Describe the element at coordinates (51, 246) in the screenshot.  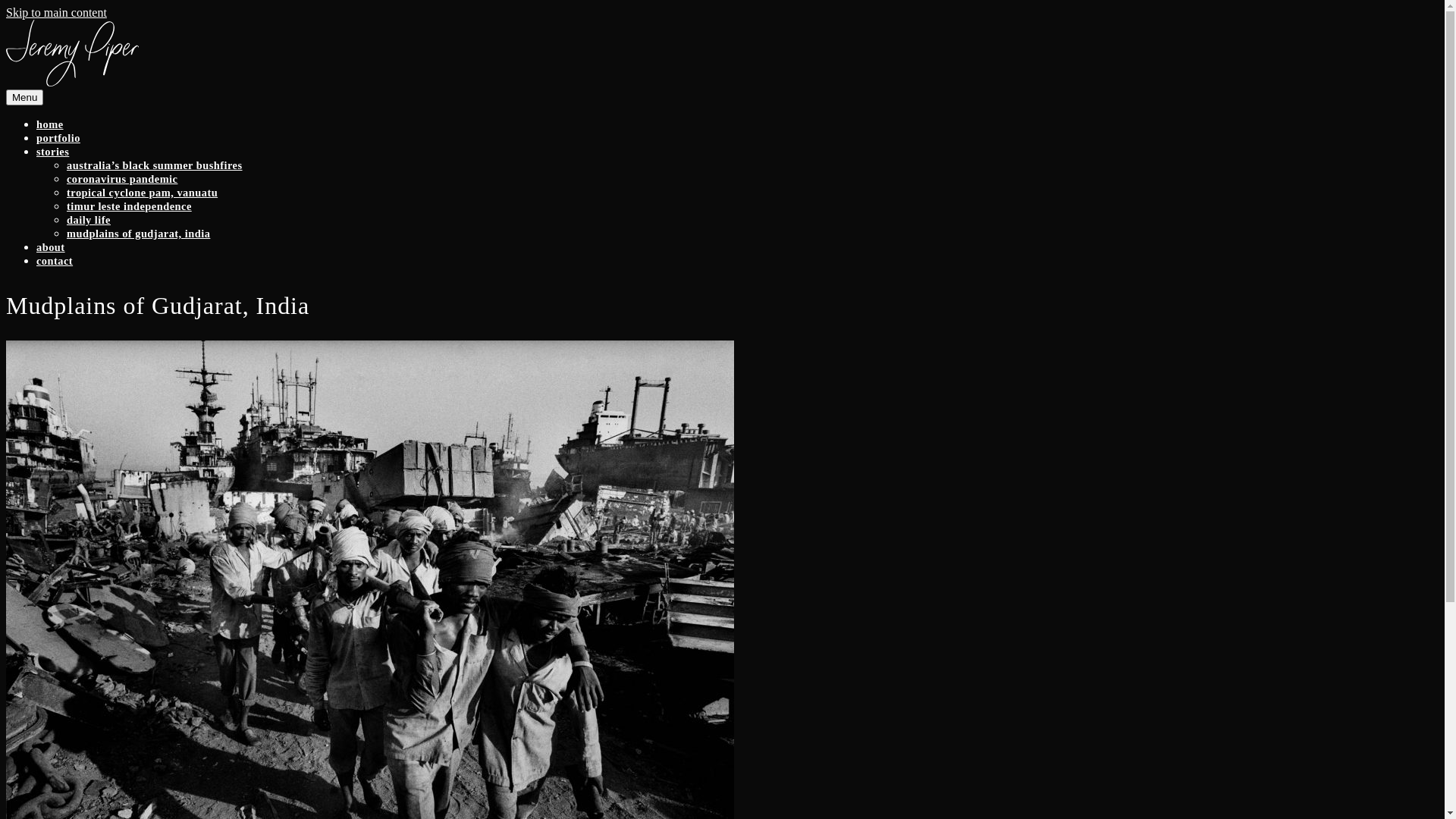
I see `'about'` at that location.